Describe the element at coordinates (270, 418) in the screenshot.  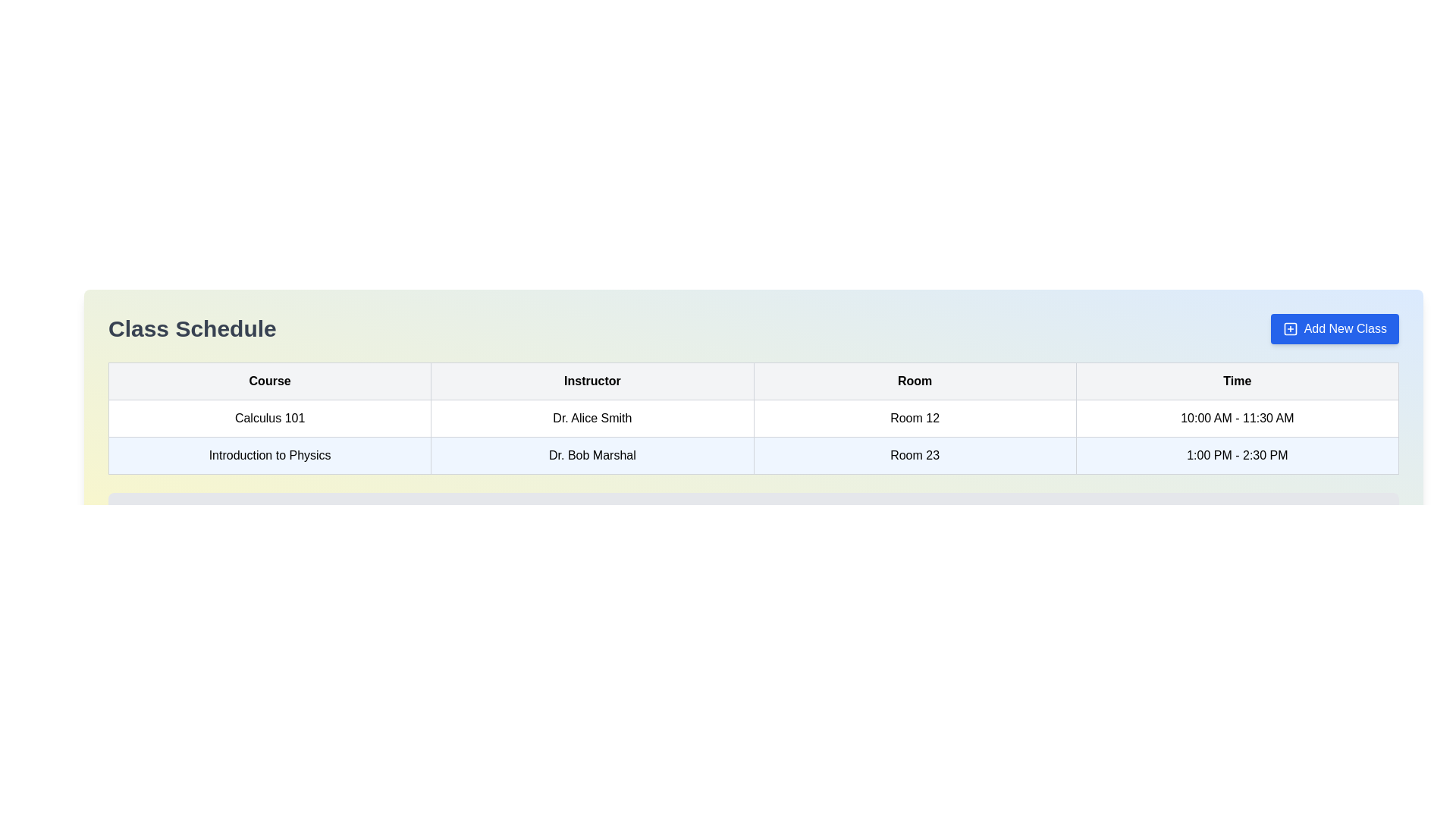
I see `the TableCell that displays the course name in the class schedule table, which is the first column of the row containing details for 'Dr. Alice Smith', 'Room 12', and '10:00 AM - 11:30 AM'` at that location.